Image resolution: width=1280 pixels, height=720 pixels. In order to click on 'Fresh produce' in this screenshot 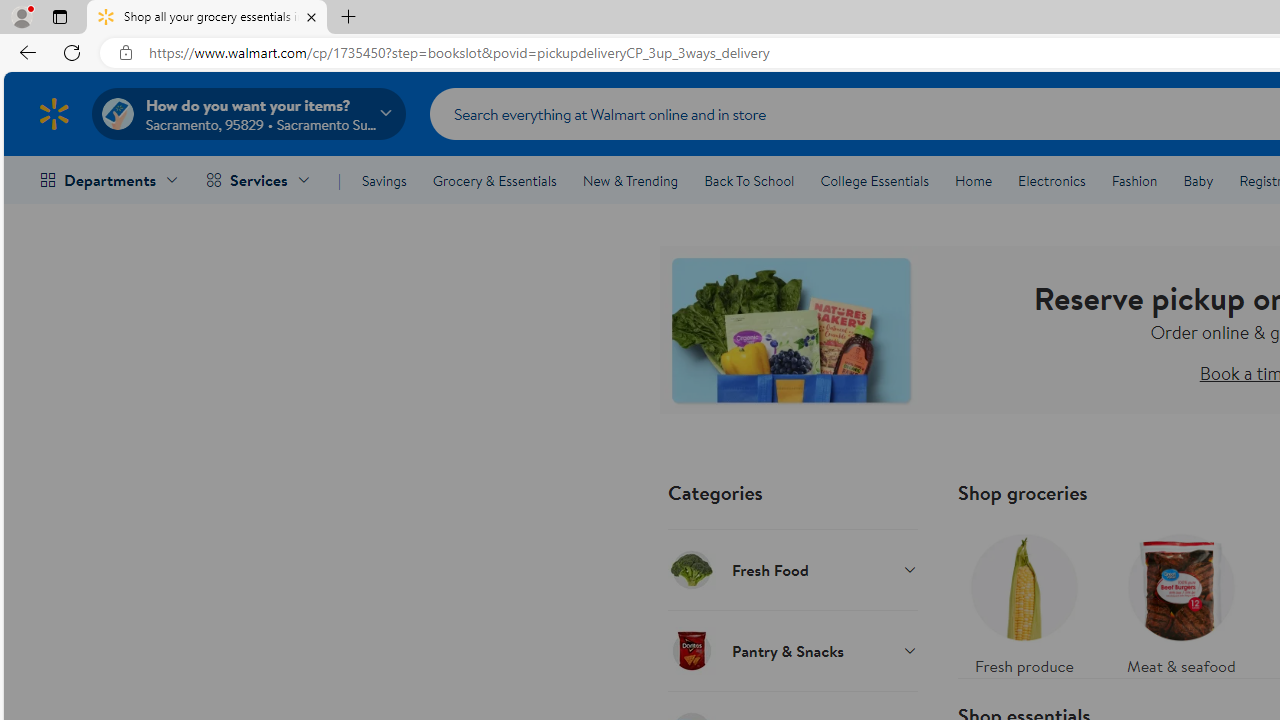, I will do `click(1024, 598)`.